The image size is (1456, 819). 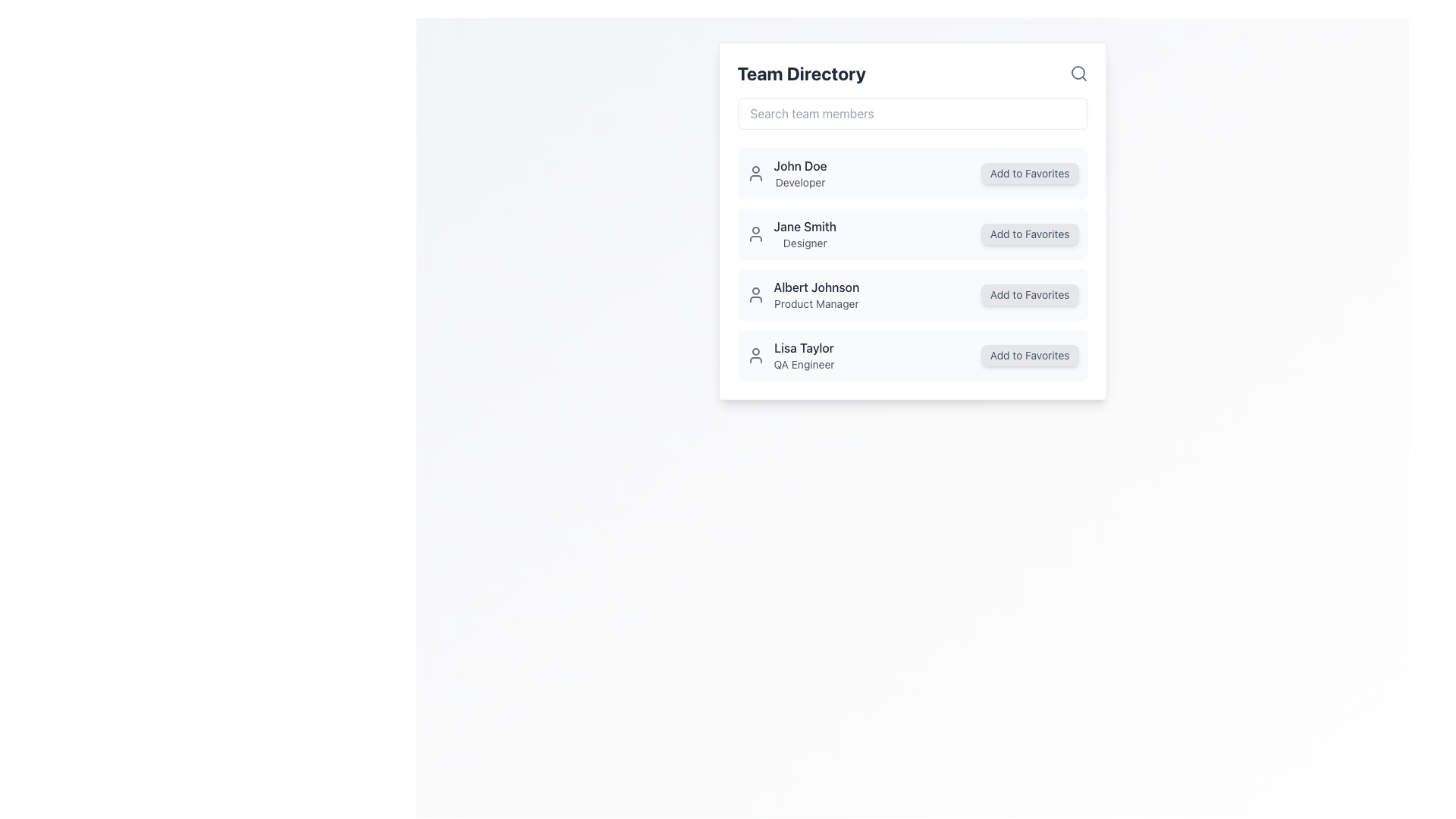 What do you see at coordinates (912, 295) in the screenshot?
I see `the user profile card located third in the vertical list, which displays the user's name and role, and includes an action button for adding to favorites` at bounding box center [912, 295].